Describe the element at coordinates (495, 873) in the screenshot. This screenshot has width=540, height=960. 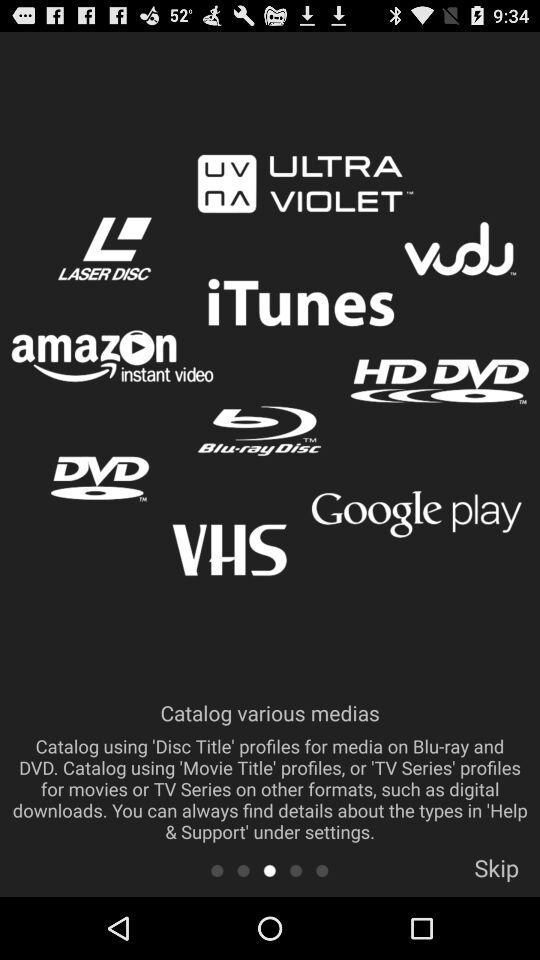
I see `the item at the bottom right corner` at that location.